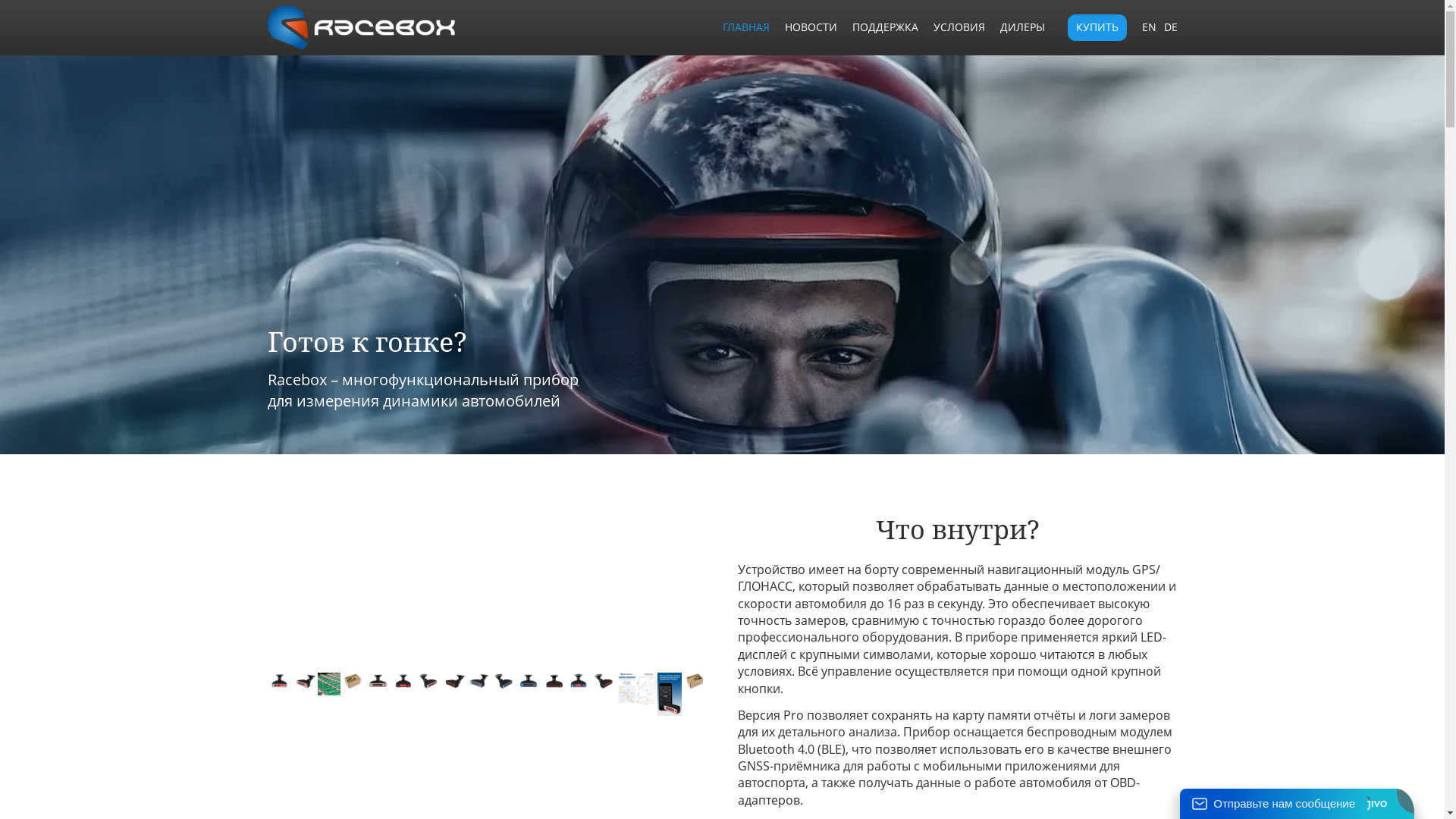  What do you see at coordinates (1169, 27) in the screenshot?
I see `'DE'` at bounding box center [1169, 27].